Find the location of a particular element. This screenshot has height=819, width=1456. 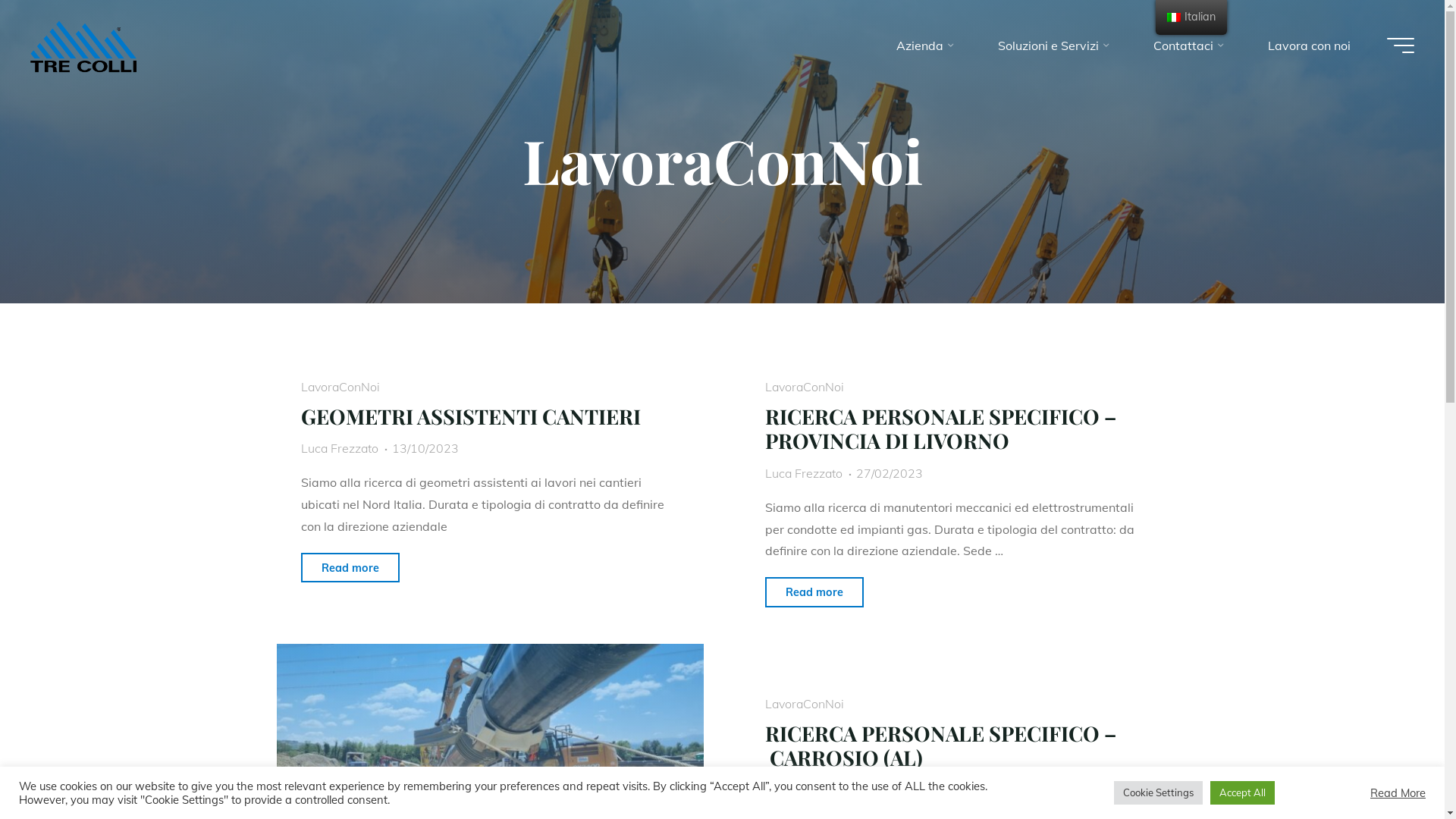

'Azienda' is located at coordinates (922, 45).